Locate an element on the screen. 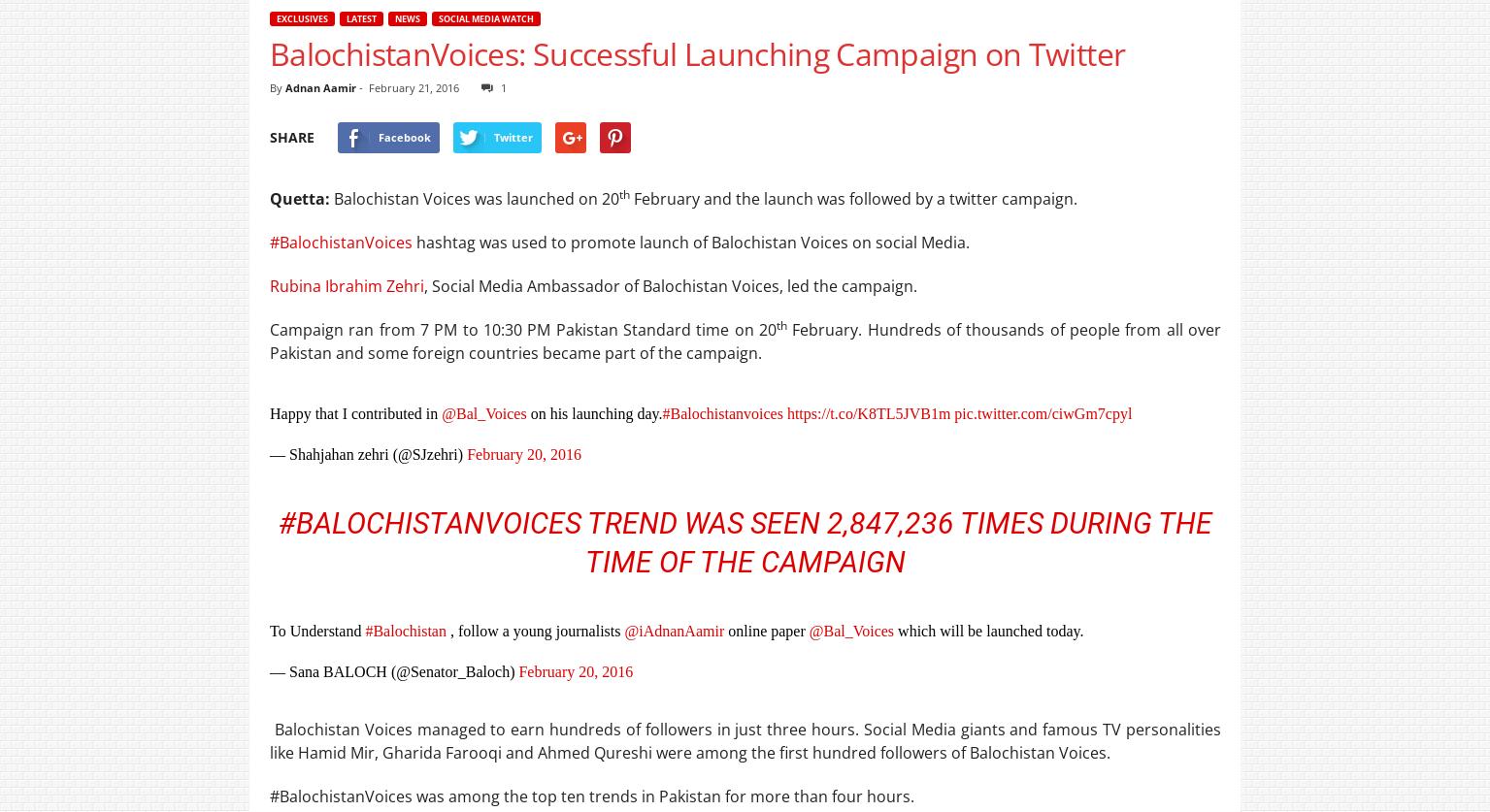 Image resolution: width=1490 pixels, height=812 pixels. '@iAdnanAamir' is located at coordinates (674, 631).